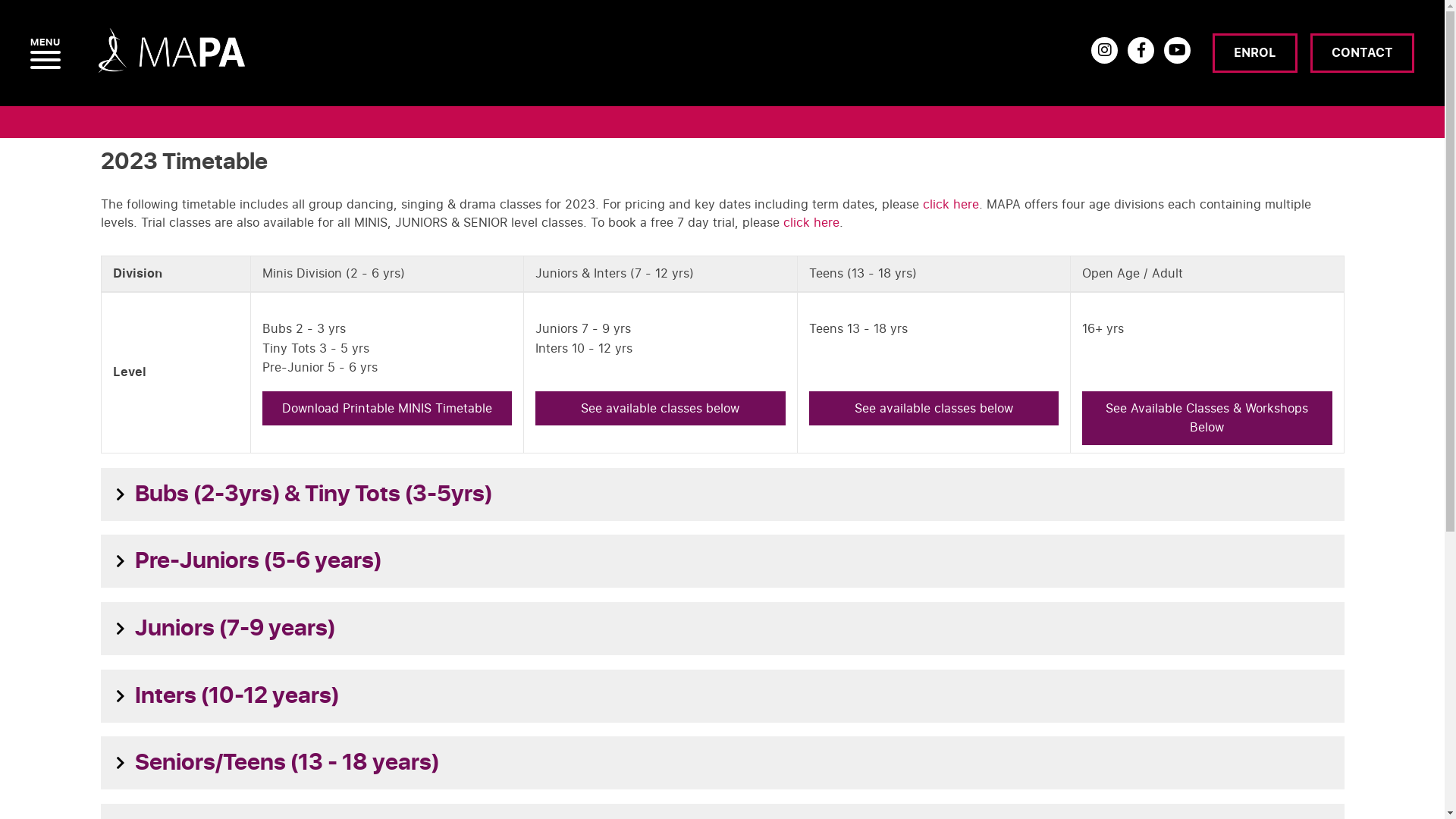  I want to click on 'Subscribe to us on Youtube', so click(1163, 49).